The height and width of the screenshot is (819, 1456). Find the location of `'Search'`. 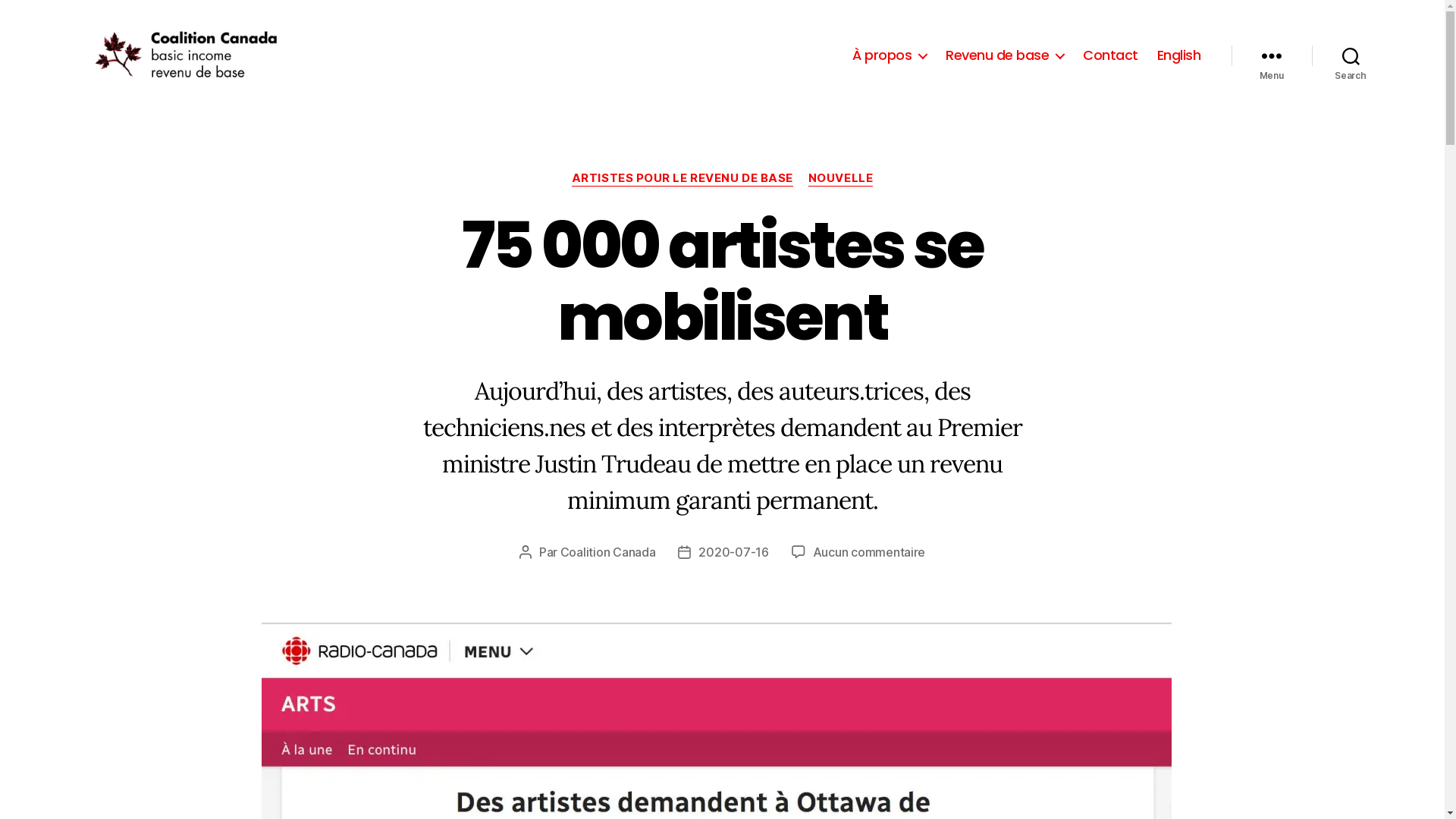

'Search' is located at coordinates (1310, 55).